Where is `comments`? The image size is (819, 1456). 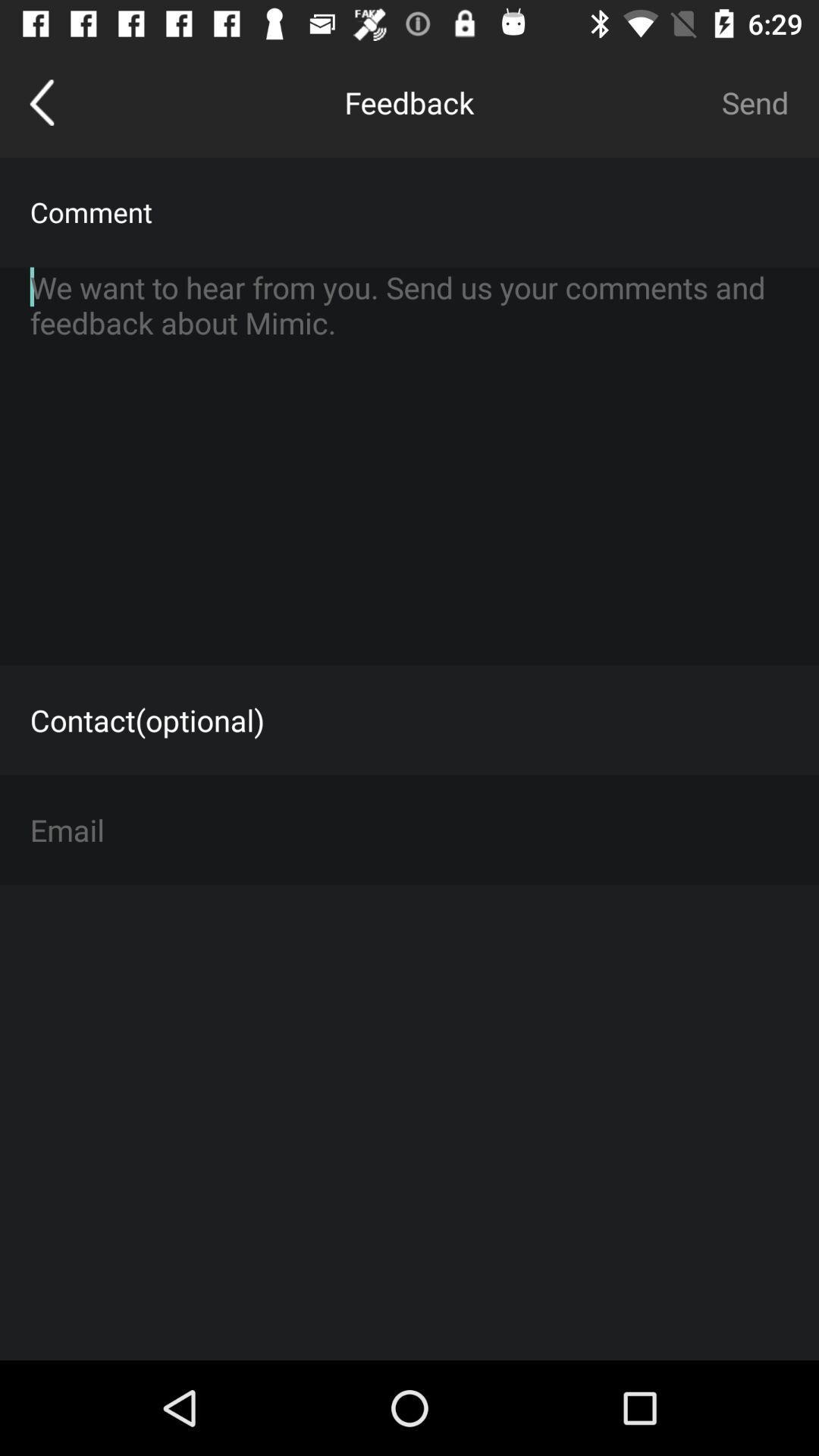 comments is located at coordinates (409, 465).